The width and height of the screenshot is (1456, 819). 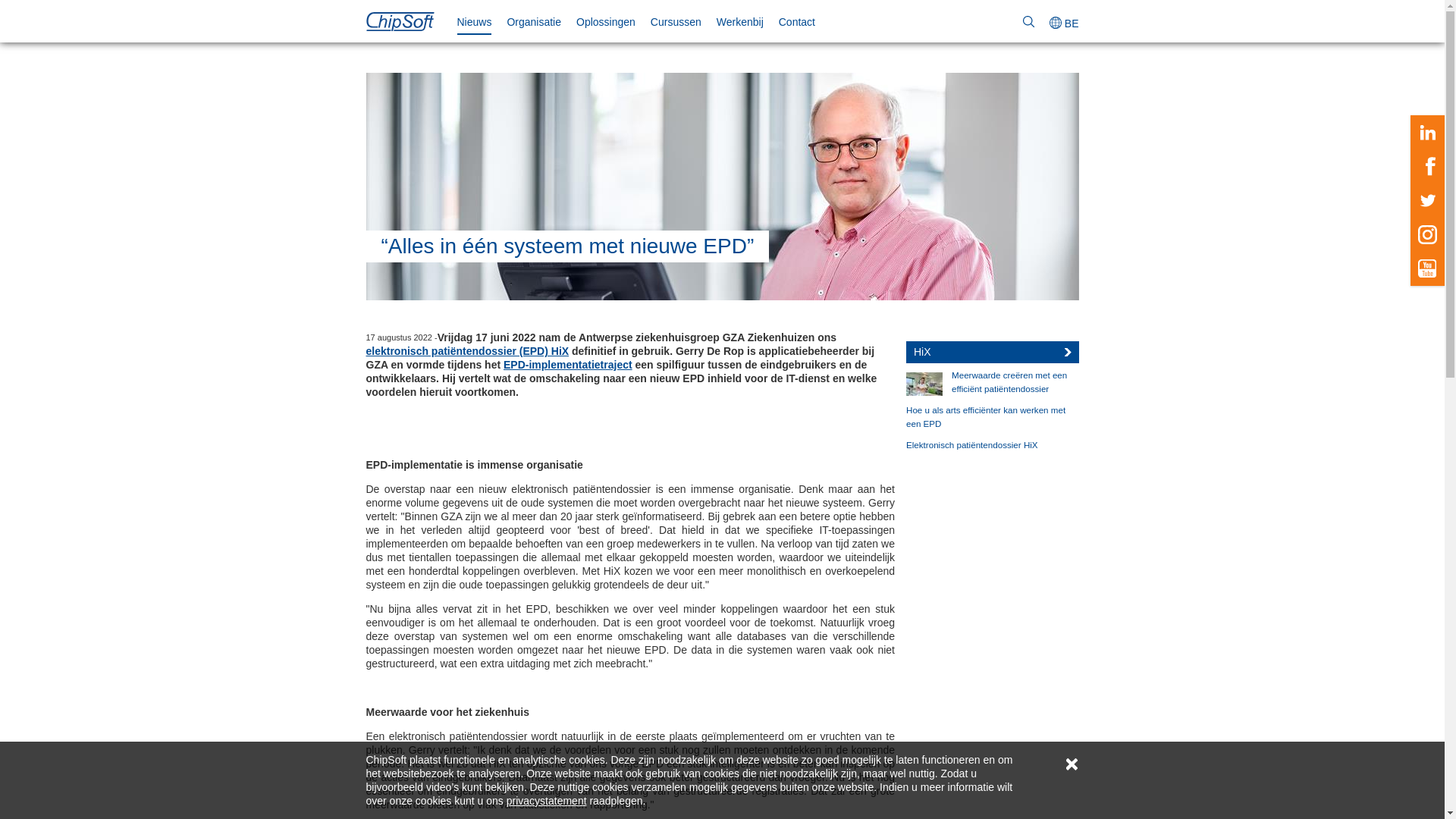 What do you see at coordinates (675, 22) in the screenshot?
I see `'Cursussen'` at bounding box center [675, 22].